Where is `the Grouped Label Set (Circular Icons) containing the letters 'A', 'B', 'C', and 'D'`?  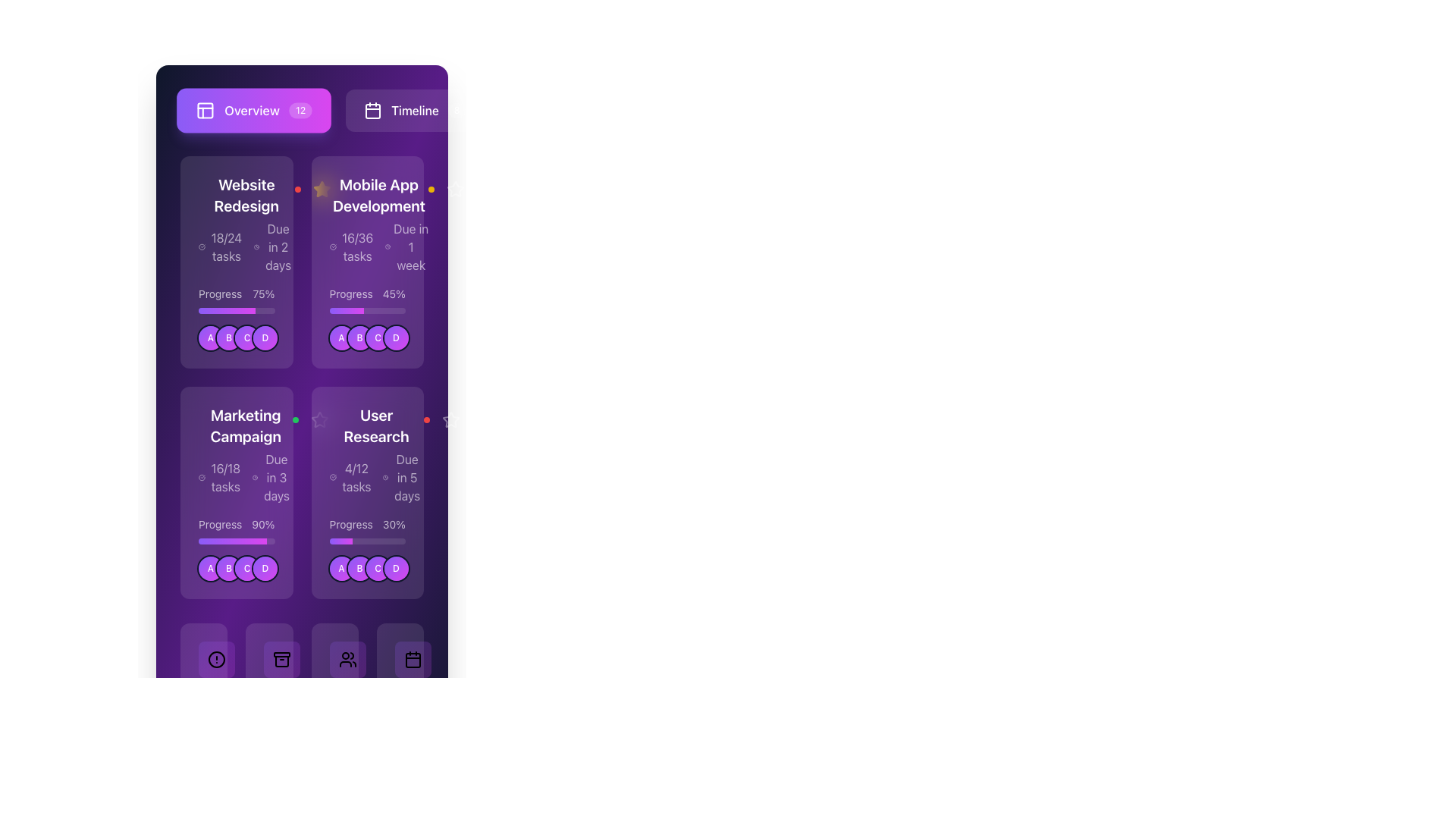
the Grouped Label Set (Circular Icons) containing the letters 'A', 'B', 'C', and 'D' is located at coordinates (369, 568).